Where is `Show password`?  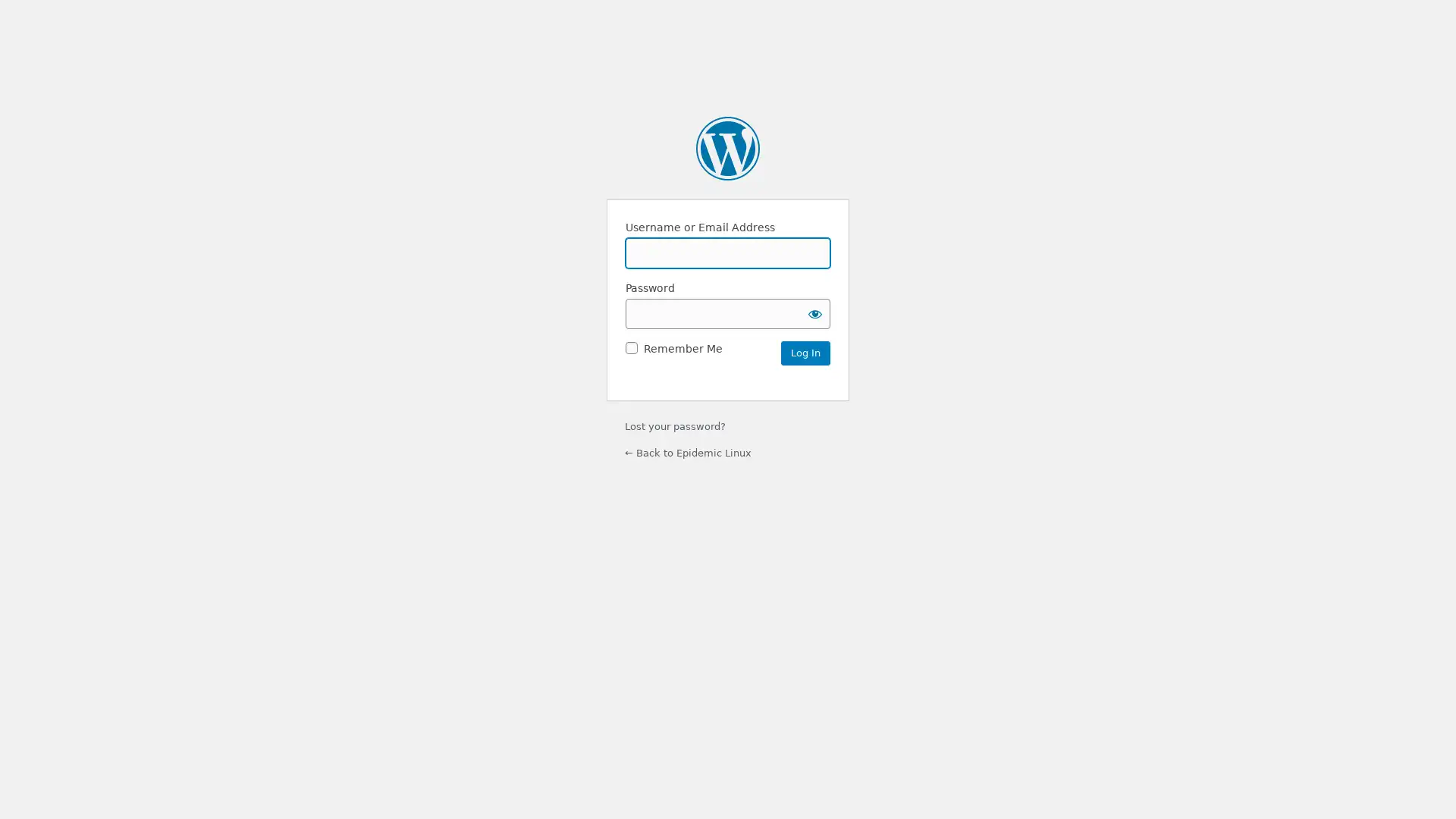 Show password is located at coordinates (814, 312).